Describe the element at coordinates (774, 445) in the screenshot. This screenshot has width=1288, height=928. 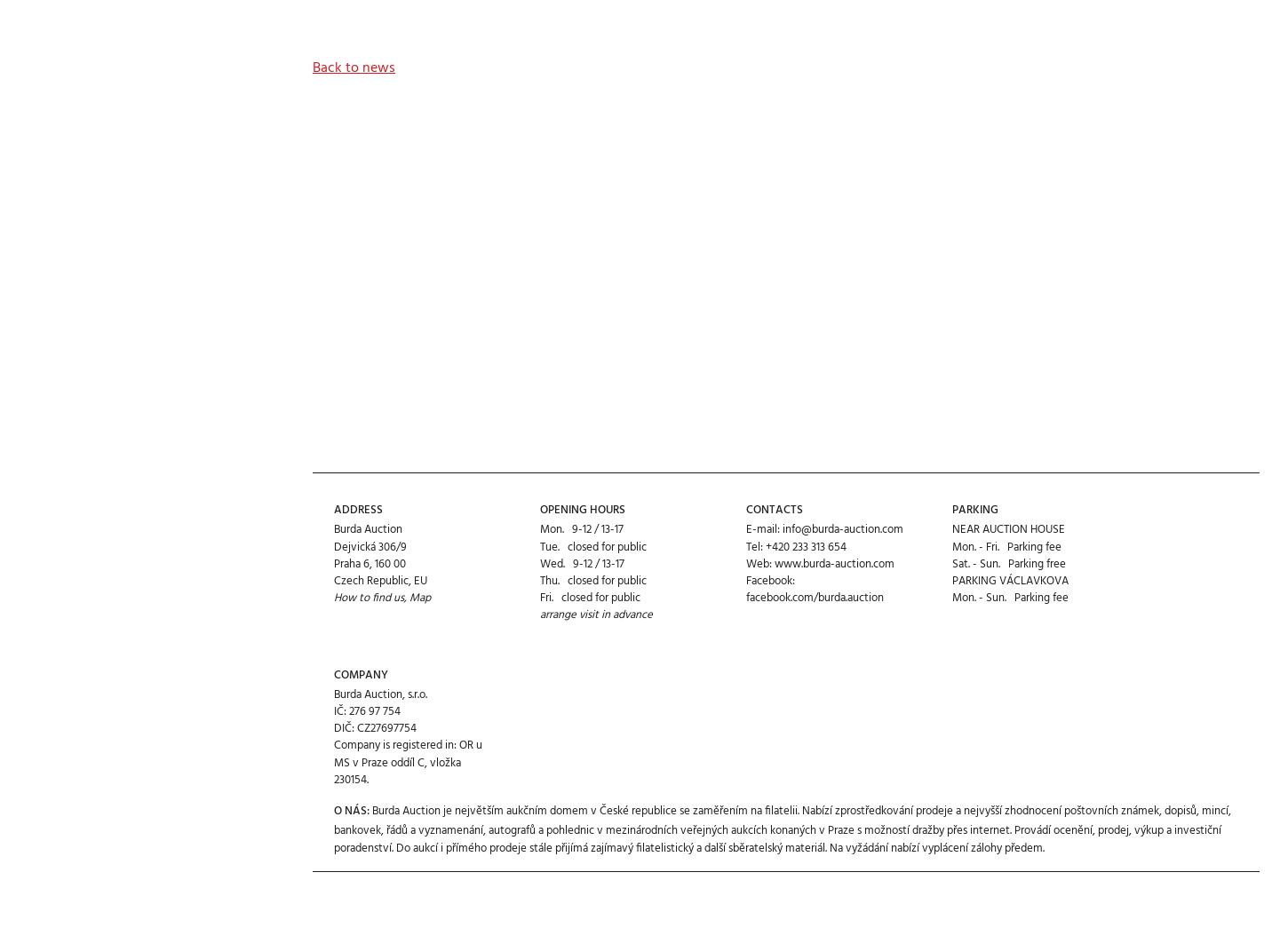
I see `'Contacts'` at that location.